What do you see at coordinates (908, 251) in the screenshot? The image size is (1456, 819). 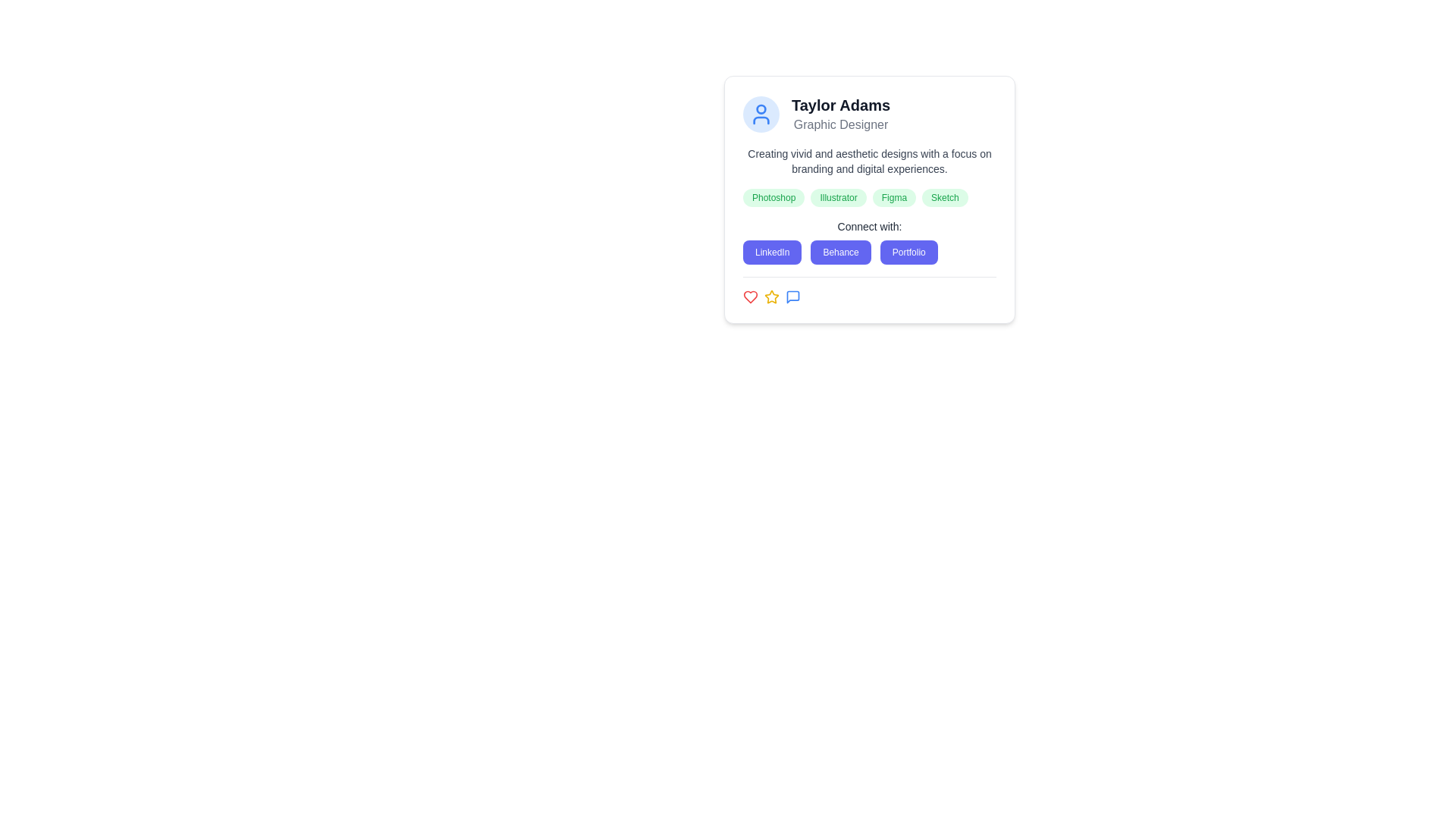 I see `the indigo 'Portfolio' button with rounded corners` at bounding box center [908, 251].